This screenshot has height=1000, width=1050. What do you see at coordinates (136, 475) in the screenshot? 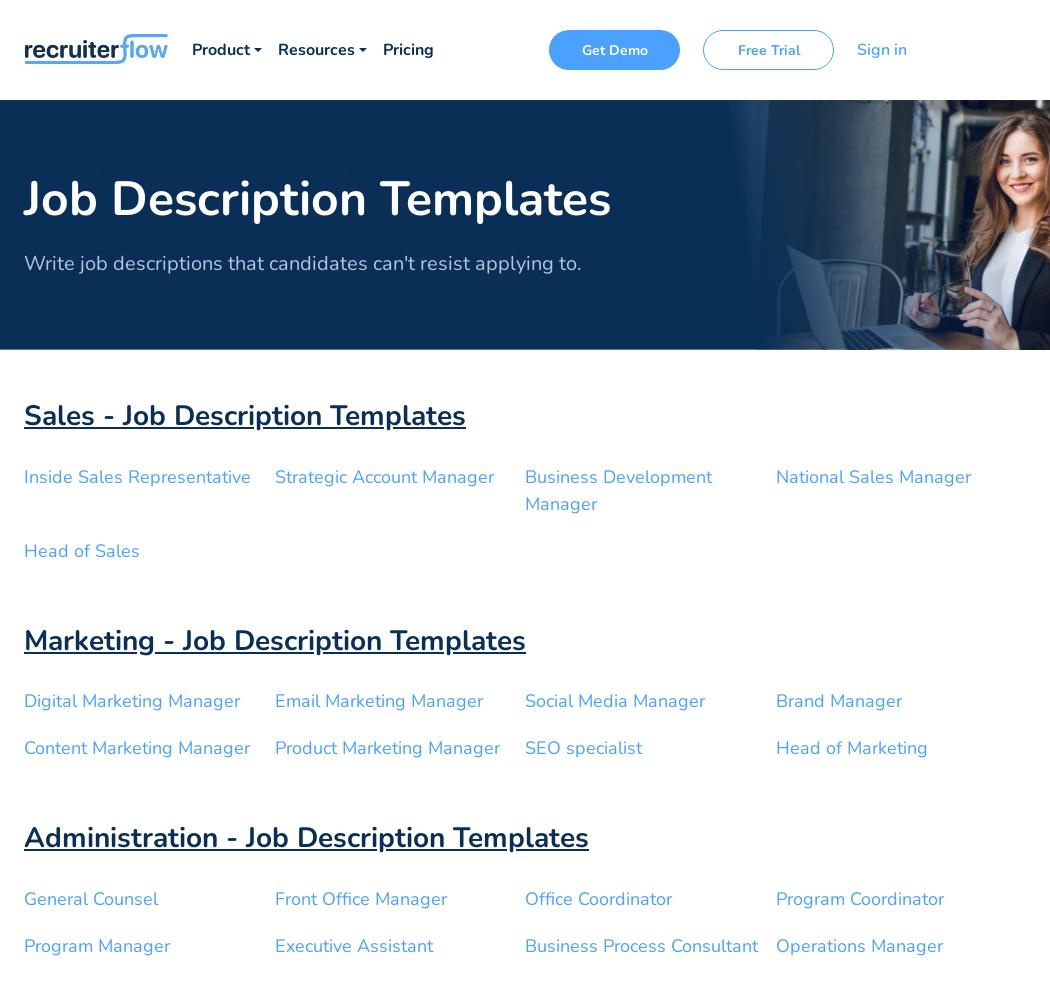
I see `'Inside Sales Representative'` at bounding box center [136, 475].